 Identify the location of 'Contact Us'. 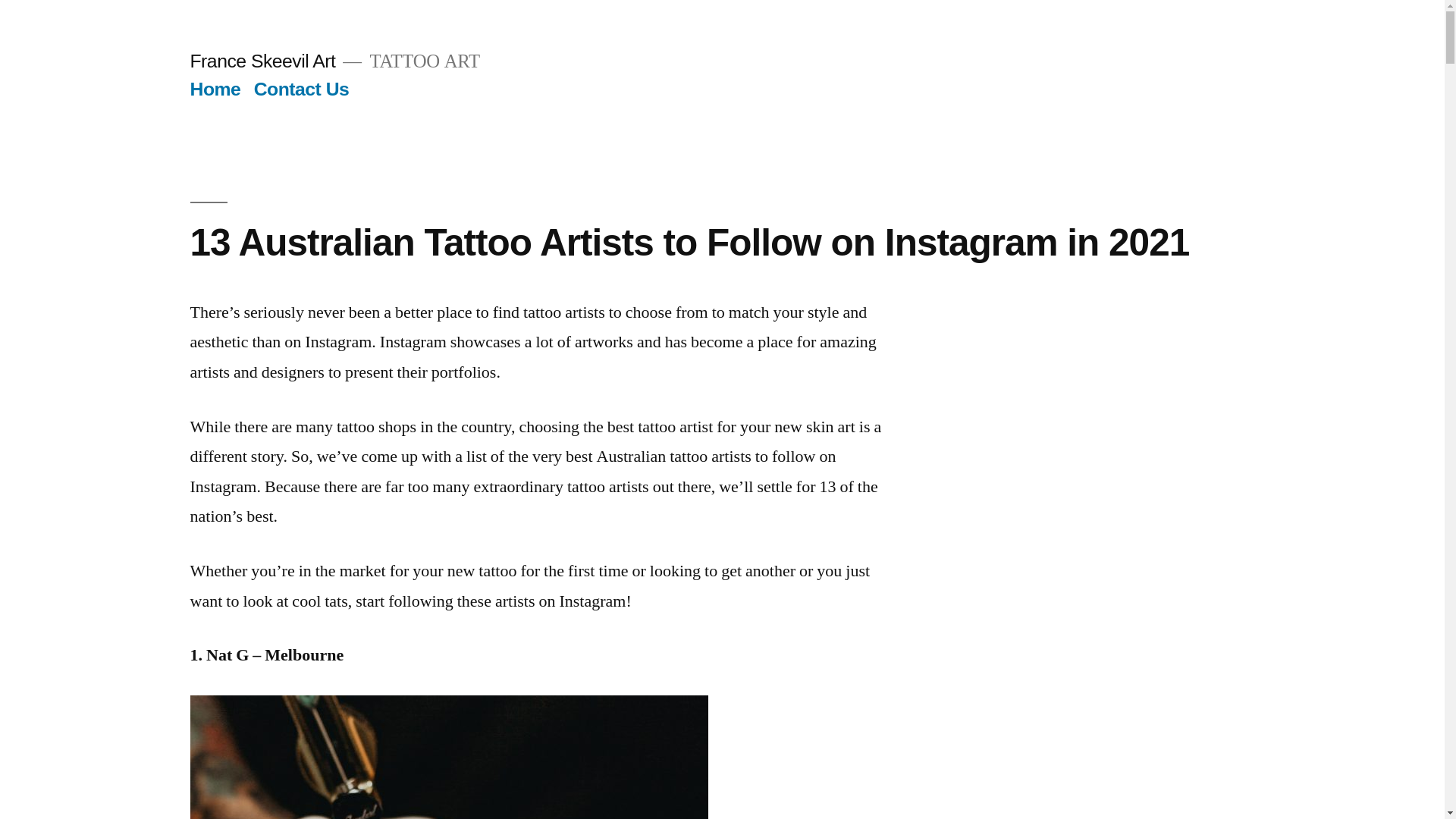
(302, 89).